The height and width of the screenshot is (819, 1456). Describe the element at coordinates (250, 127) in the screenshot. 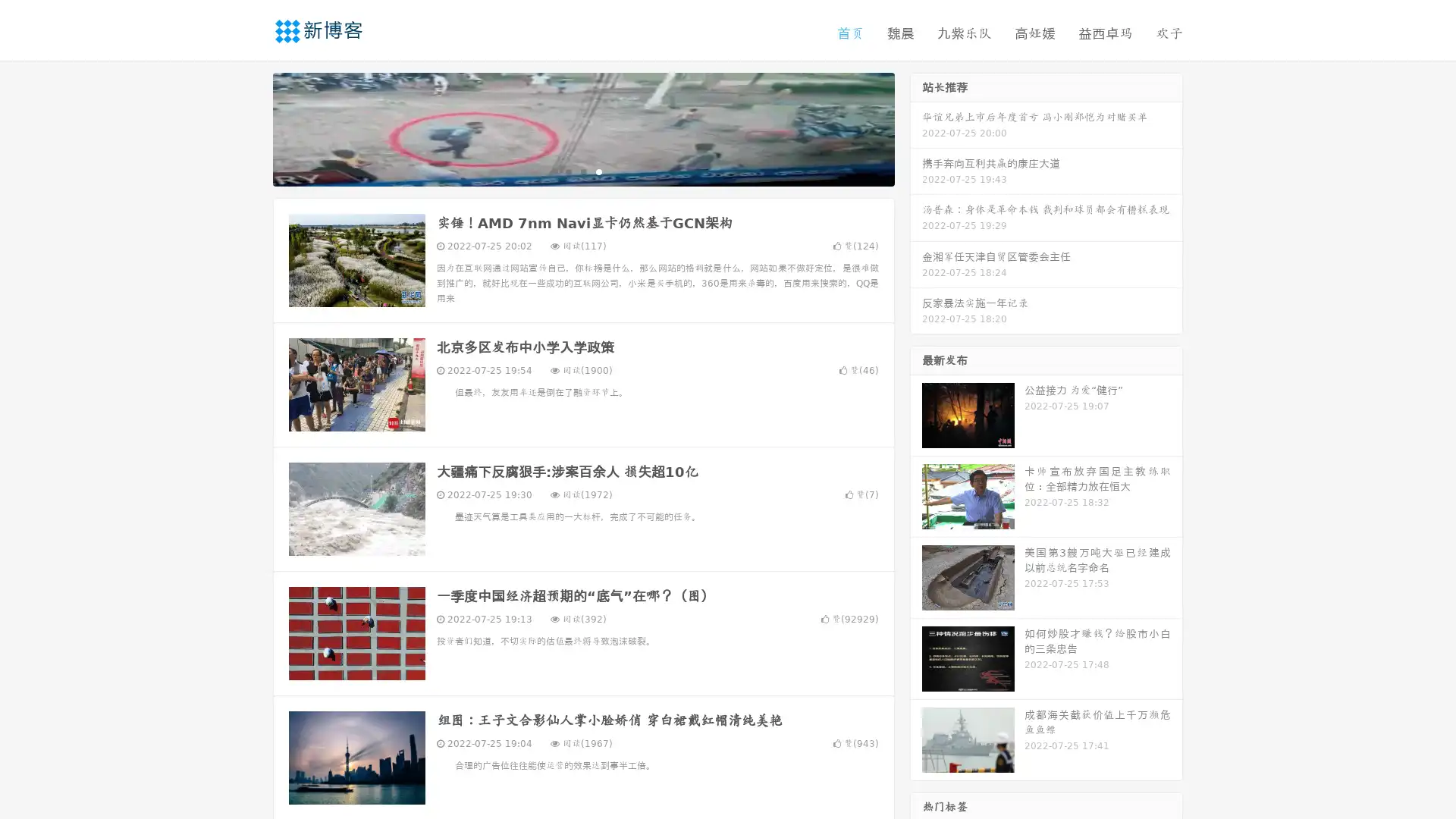

I see `Previous slide` at that location.